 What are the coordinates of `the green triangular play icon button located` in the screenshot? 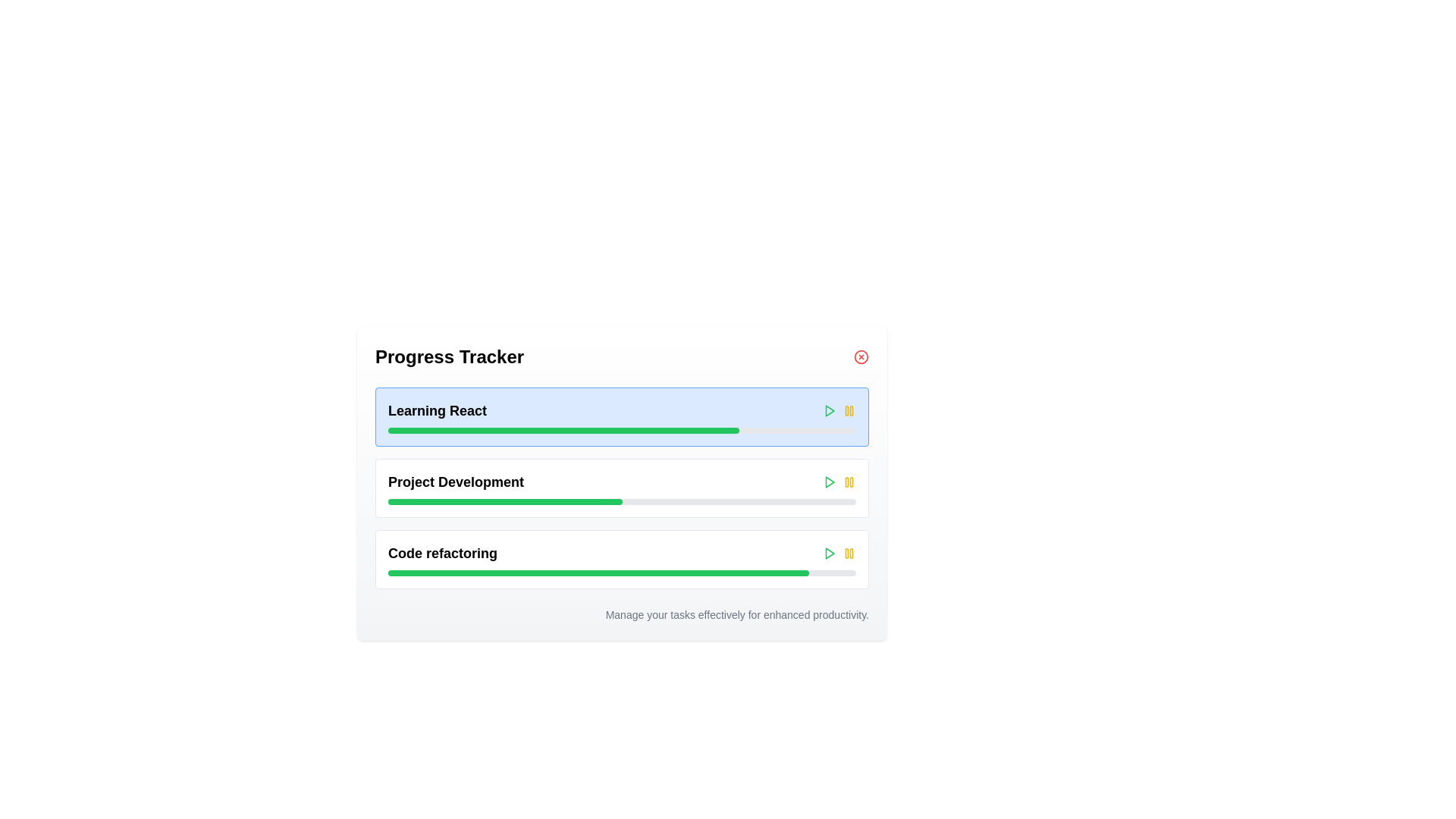 It's located at (829, 411).